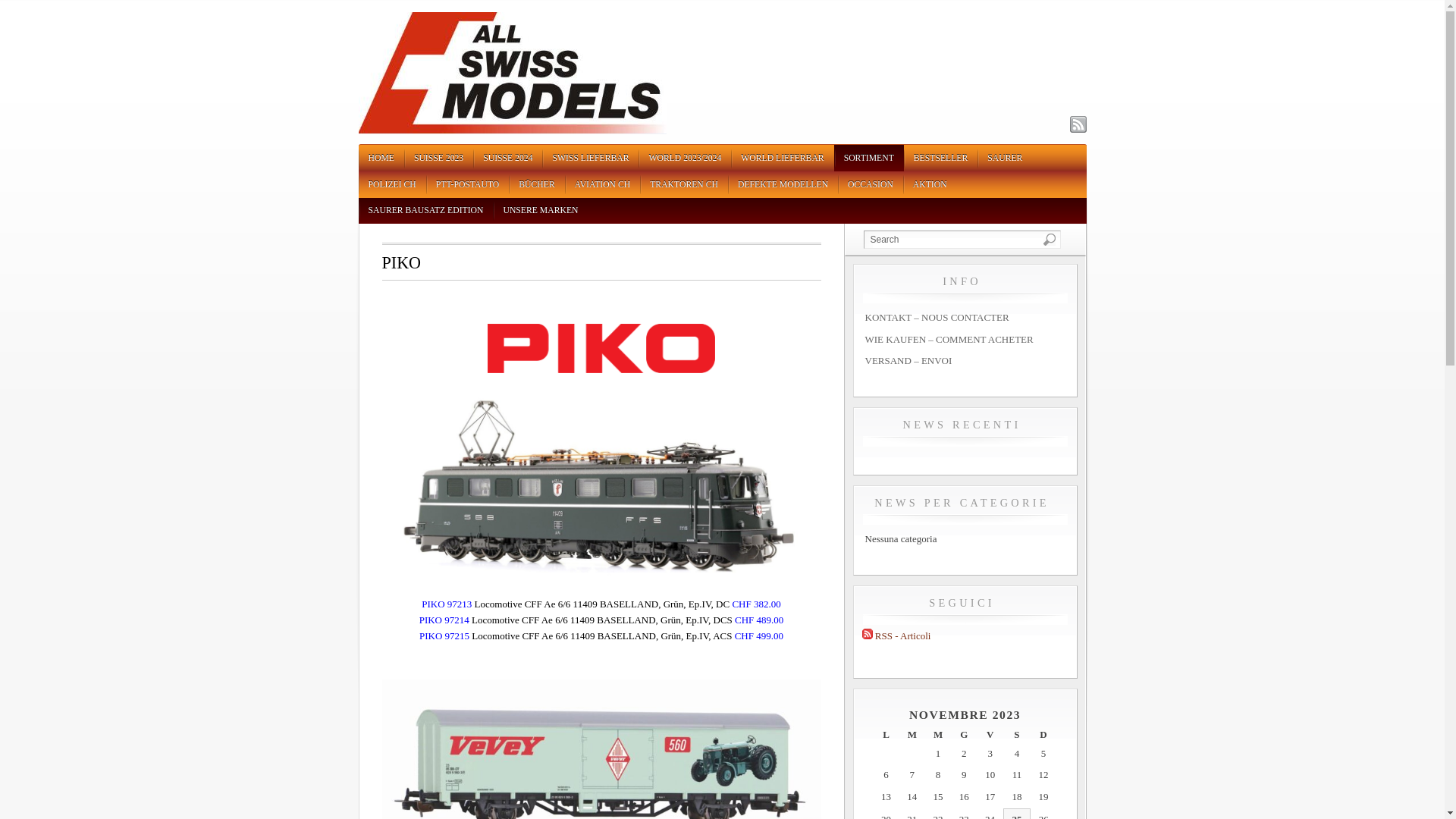 The height and width of the screenshot is (819, 1456). I want to click on 'AKTION', so click(929, 184).